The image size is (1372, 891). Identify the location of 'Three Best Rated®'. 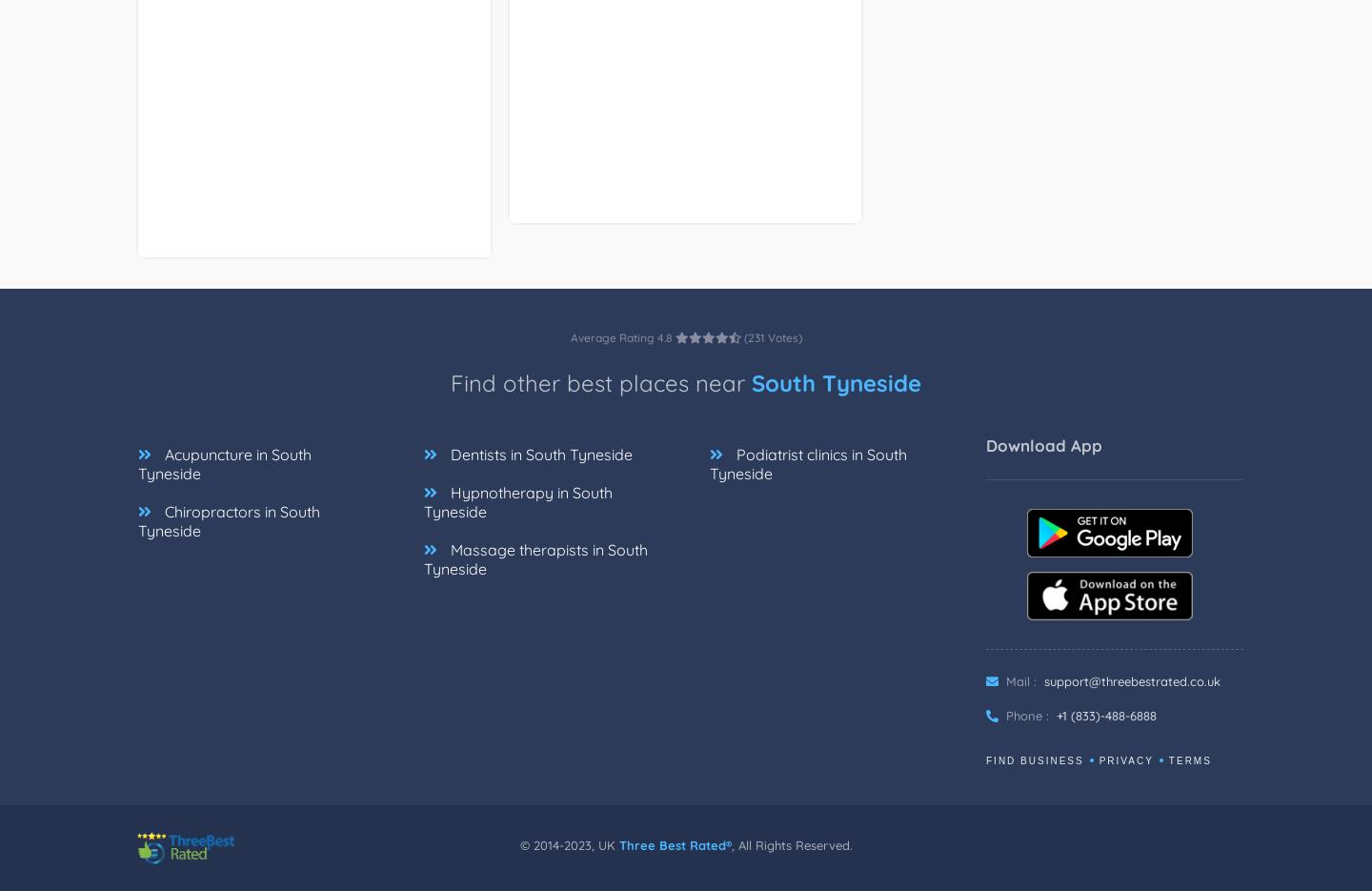
(675, 844).